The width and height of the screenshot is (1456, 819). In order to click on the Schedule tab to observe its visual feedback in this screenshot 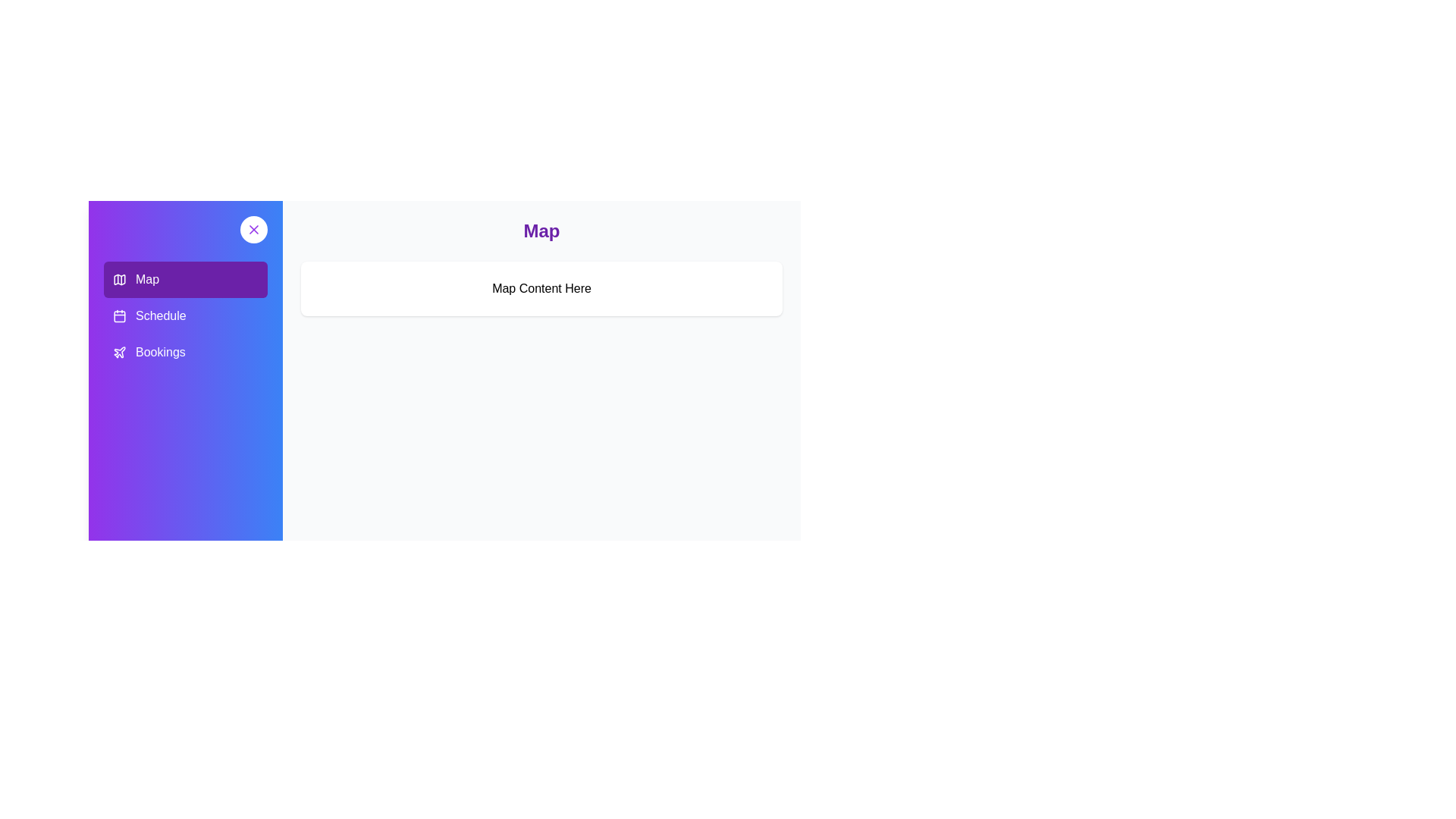, I will do `click(184, 315)`.